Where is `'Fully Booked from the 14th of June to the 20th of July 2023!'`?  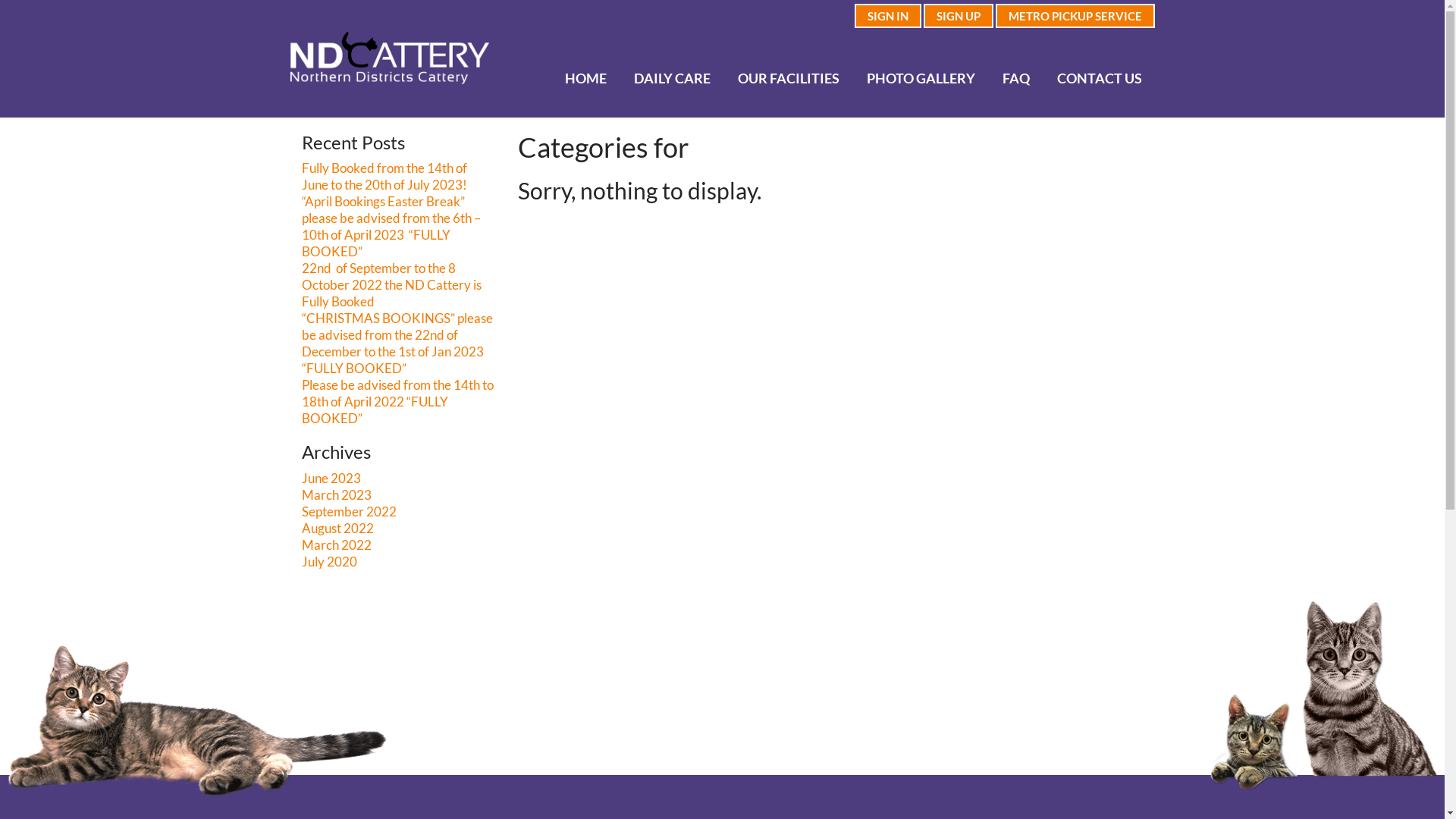
'Fully Booked from the 14th of June to the 20th of July 2023!' is located at coordinates (302, 175).